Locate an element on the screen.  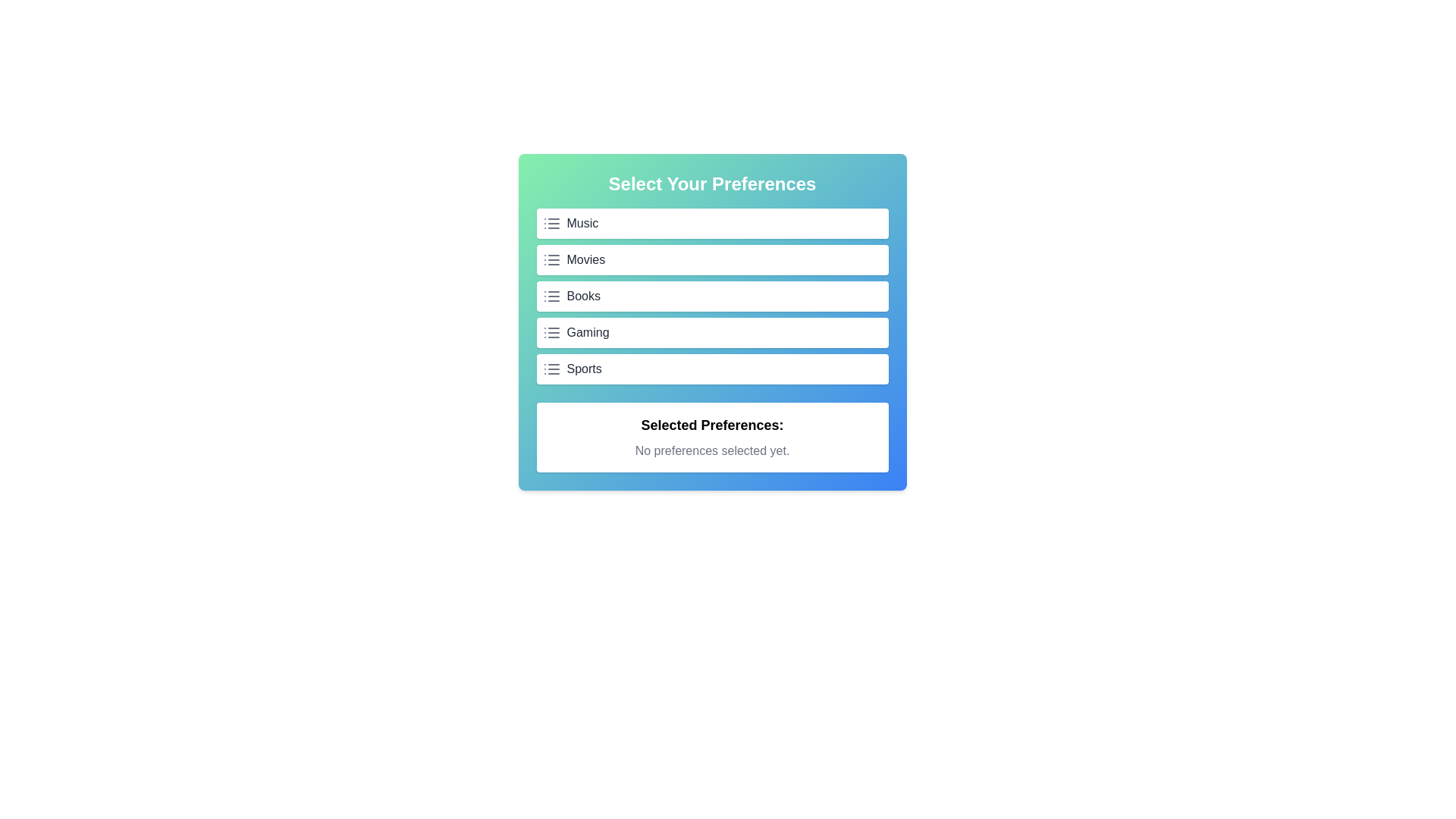
the static text label indicating the section pertains to the user's selected preferences, located in a card-like section, above the text 'No preferences selected yet.' is located at coordinates (711, 425).